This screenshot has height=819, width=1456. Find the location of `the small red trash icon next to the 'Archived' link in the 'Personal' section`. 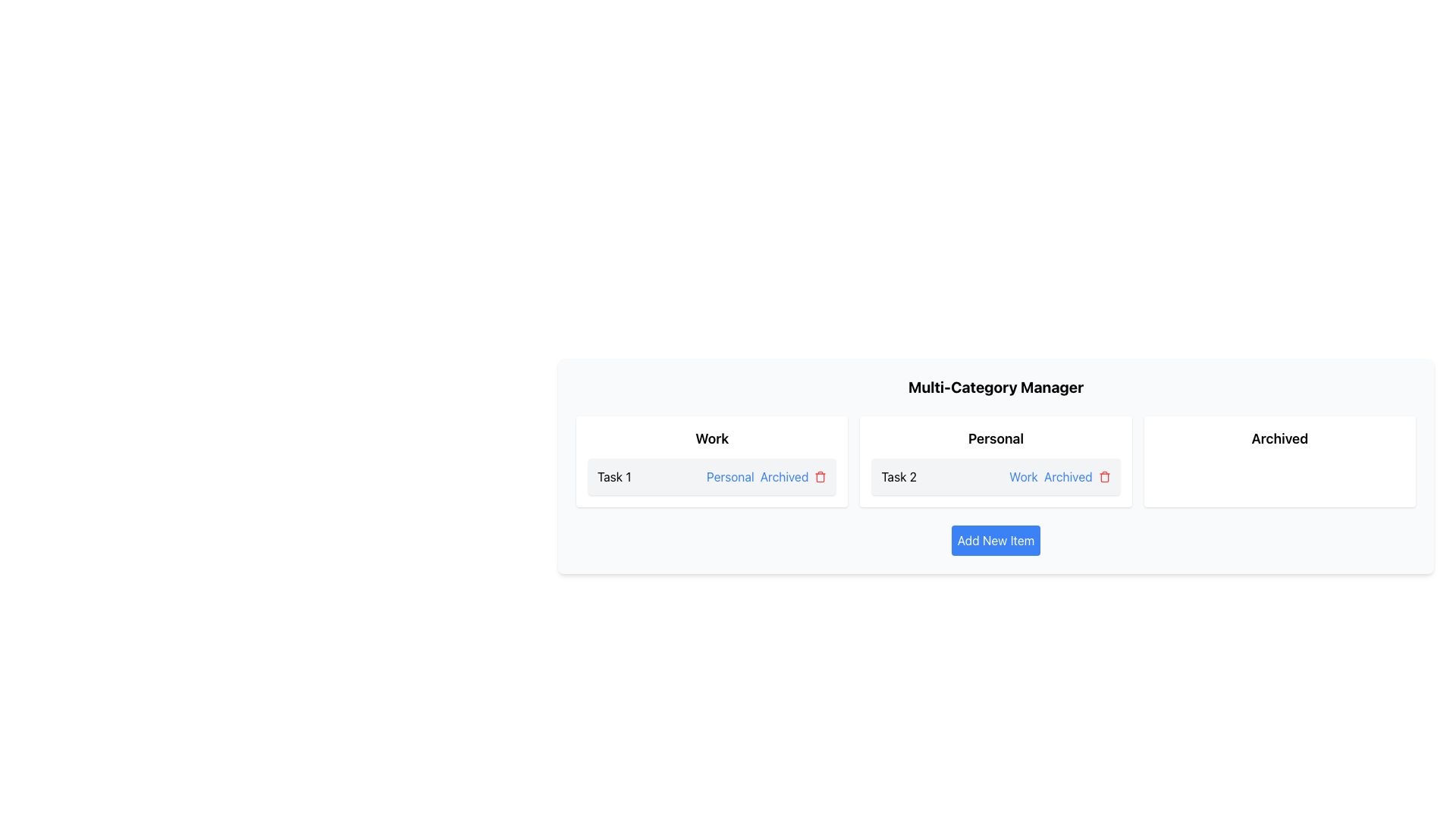

the small red trash icon next to the 'Archived' link in the 'Personal' section is located at coordinates (1104, 475).